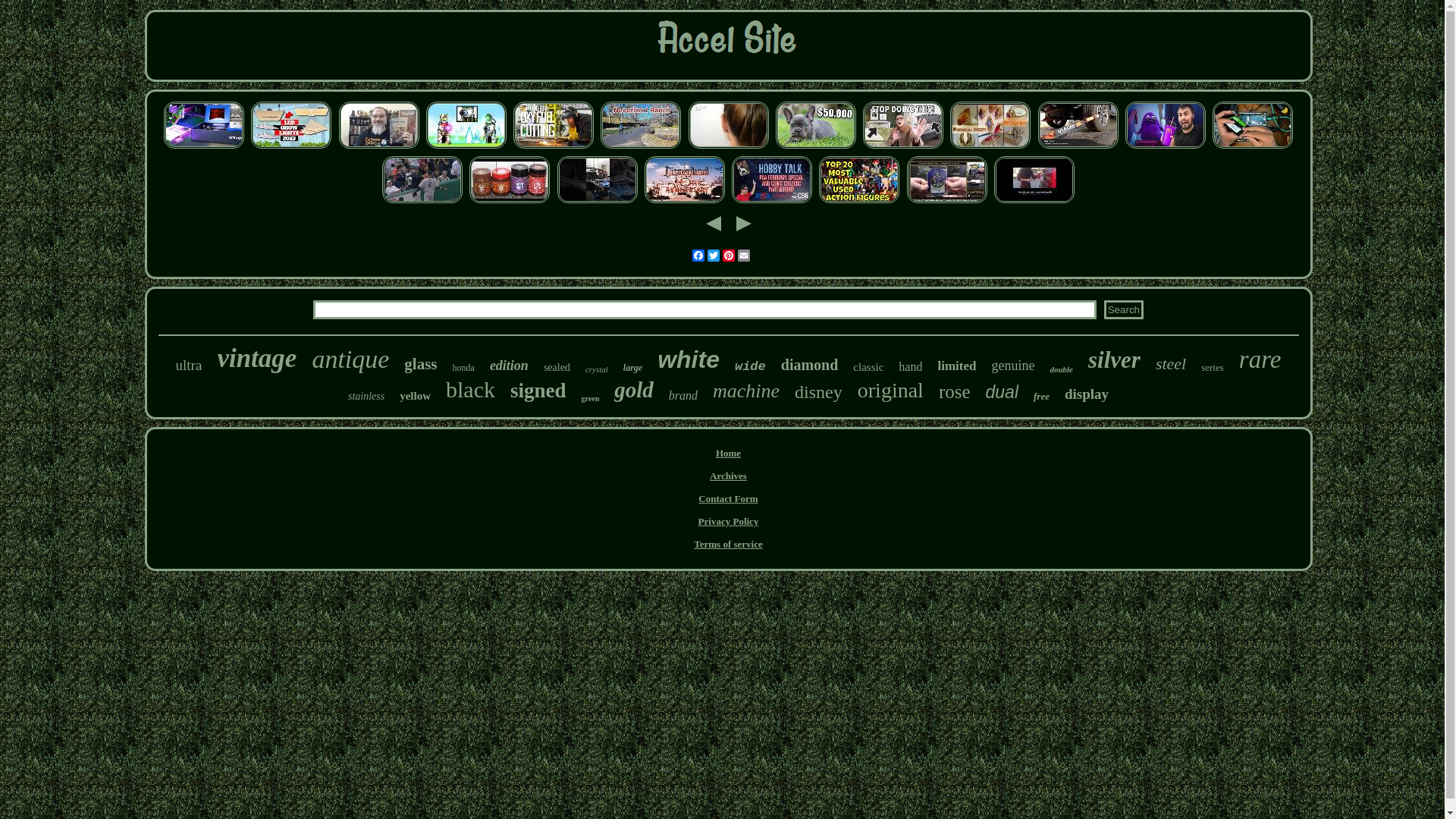  Describe the element at coordinates (937, 366) in the screenshot. I see `'limited'` at that location.